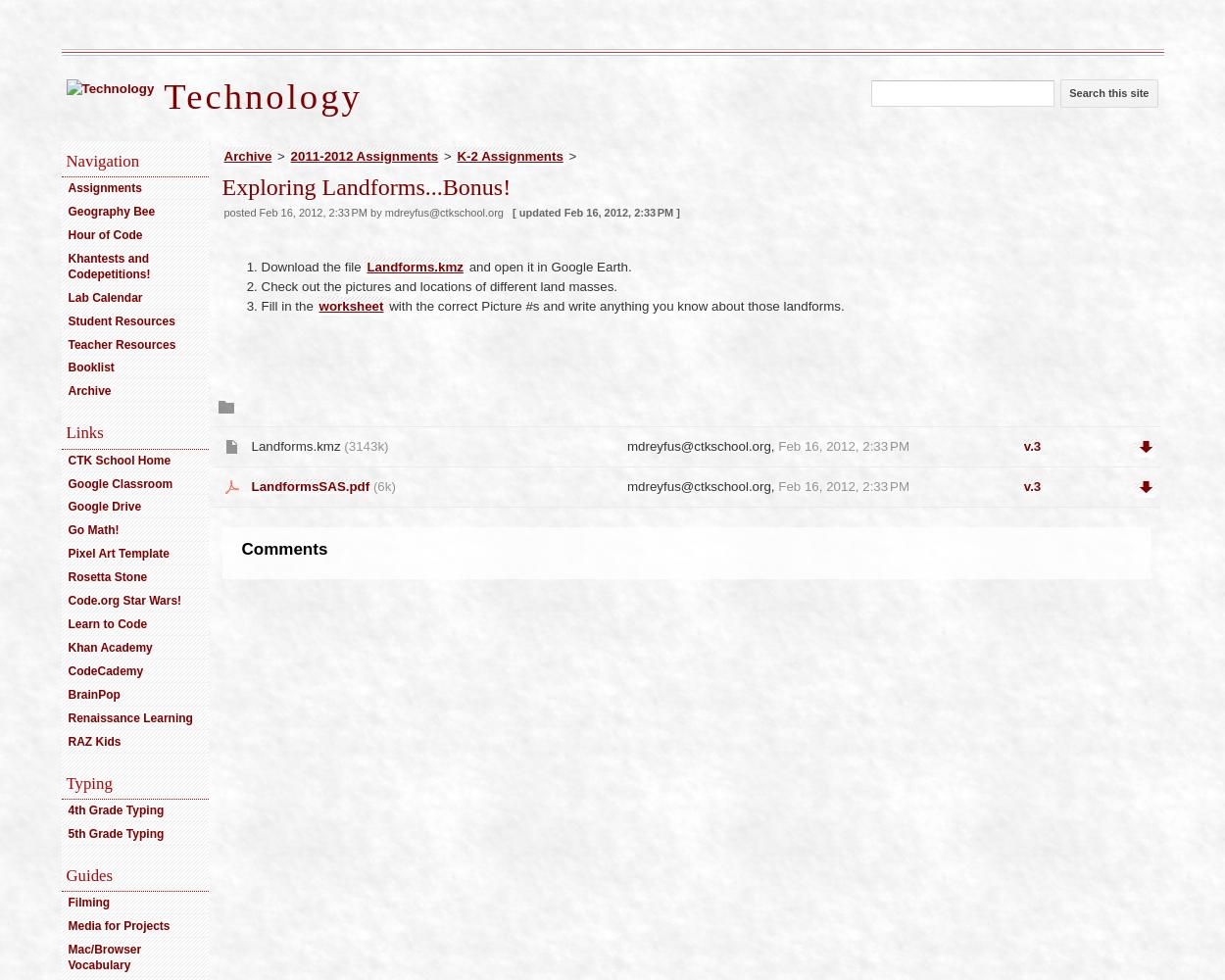 The width and height of the screenshot is (1225, 980). What do you see at coordinates (67, 553) in the screenshot?
I see `'Pixel Art Template'` at bounding box center [67, 553].